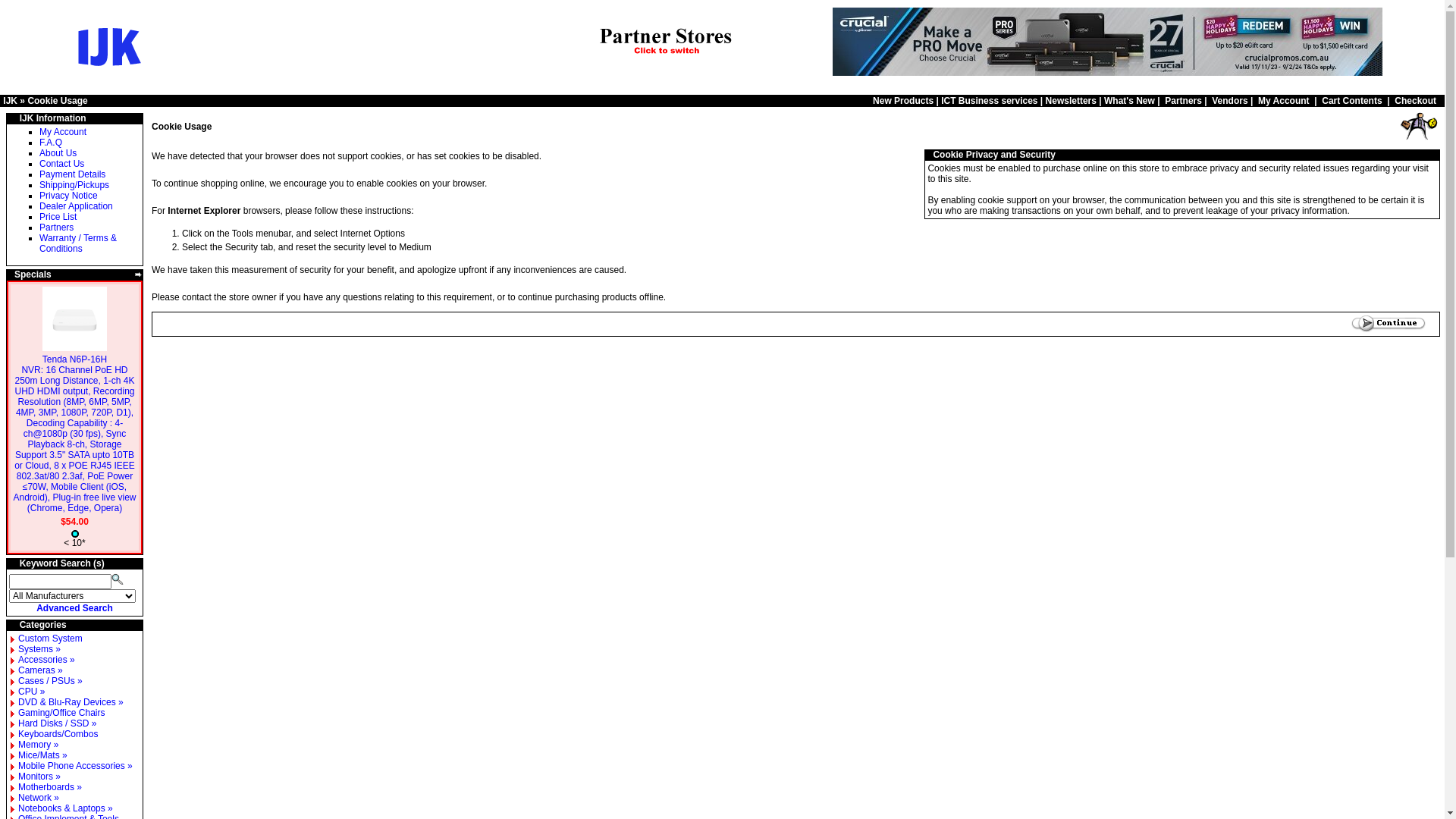  I want to click on 'Privacy Notice', so click(67, 195).